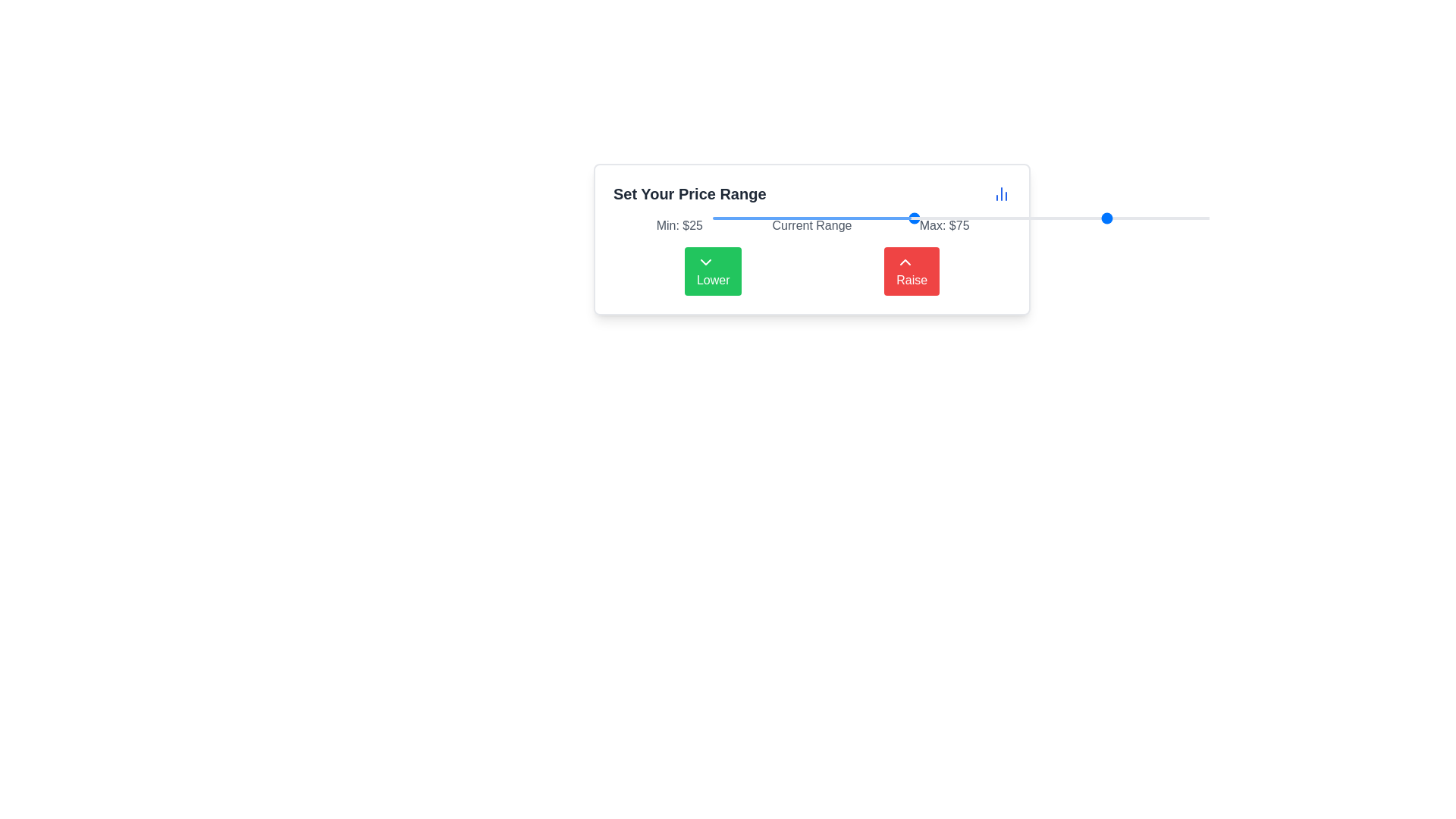 The width and height of the screenshot is (1456, 819). What do you see at coordinates (1001, 193) in the screenshot?
I see `the non-interactive chart icon located in the header section titled 'Set Your Price Range', which is positioned on the right side and is the last icon visible` at bounding box center [1001, 193].